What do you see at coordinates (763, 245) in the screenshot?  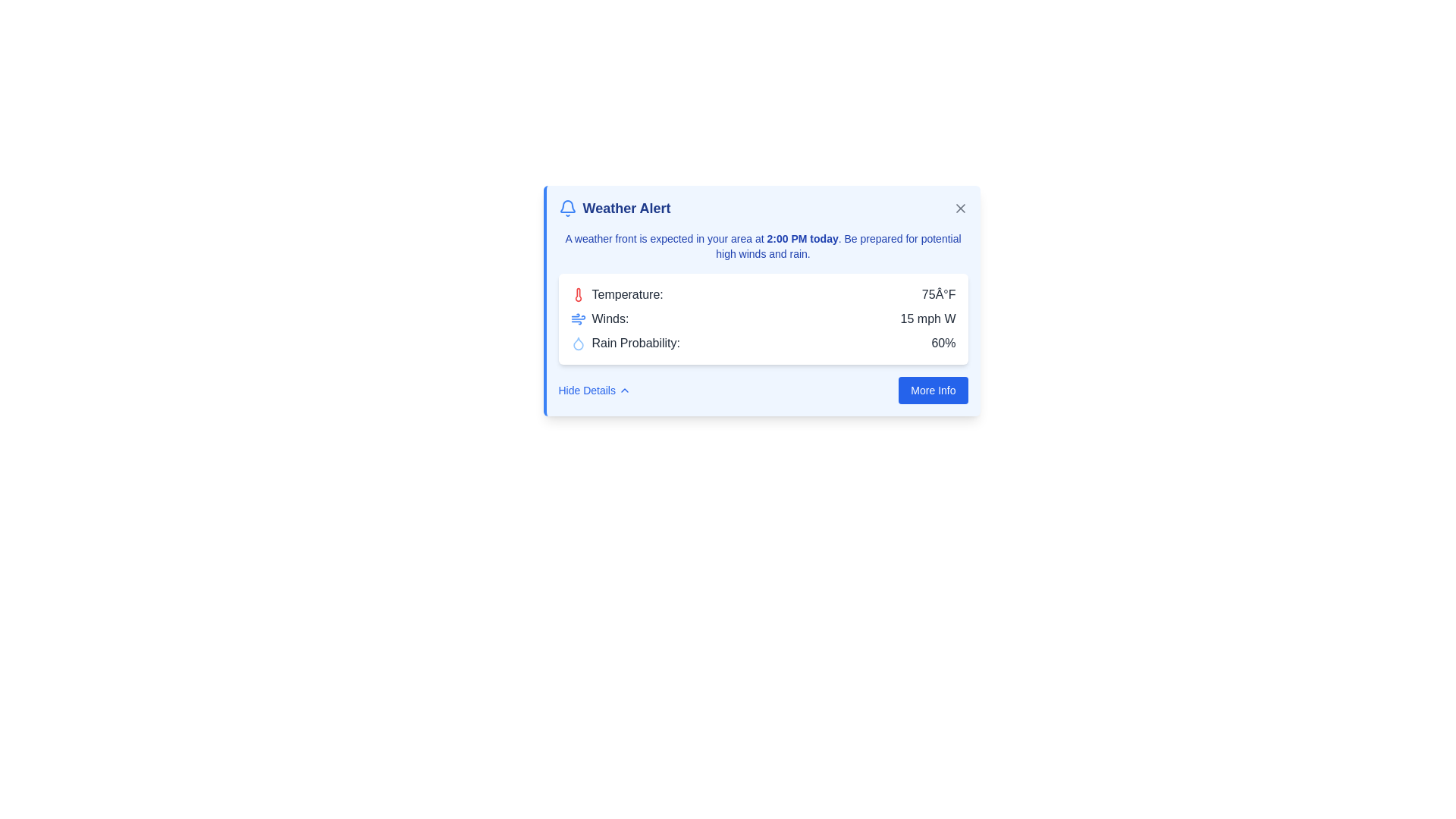 I see `the weather alert message displayed in a smaller blue font with an emphasized bold part, located beneath the 'Weather Alert' heading` at bounding box center [763, 245].